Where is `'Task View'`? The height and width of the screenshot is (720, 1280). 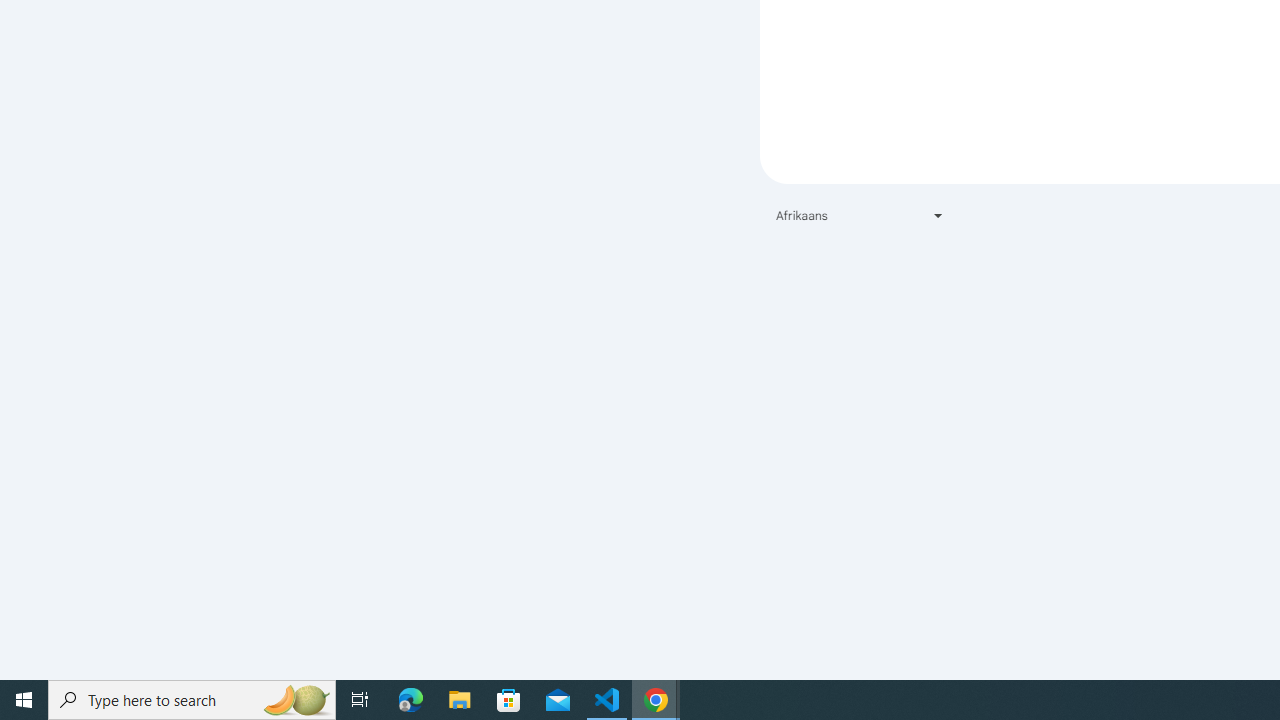 'Task View' is located at coordinates (359, 698).